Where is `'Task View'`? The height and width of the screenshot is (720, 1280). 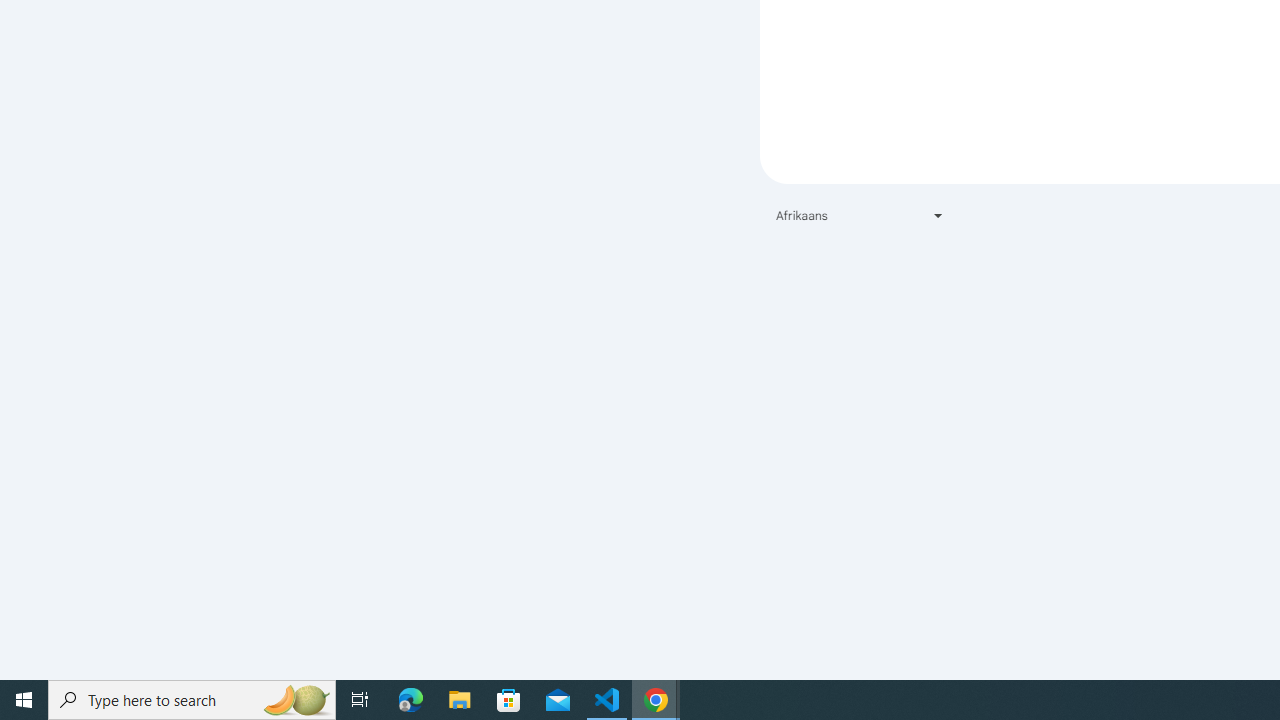 'Task View' is located at coordinates (359, 698).